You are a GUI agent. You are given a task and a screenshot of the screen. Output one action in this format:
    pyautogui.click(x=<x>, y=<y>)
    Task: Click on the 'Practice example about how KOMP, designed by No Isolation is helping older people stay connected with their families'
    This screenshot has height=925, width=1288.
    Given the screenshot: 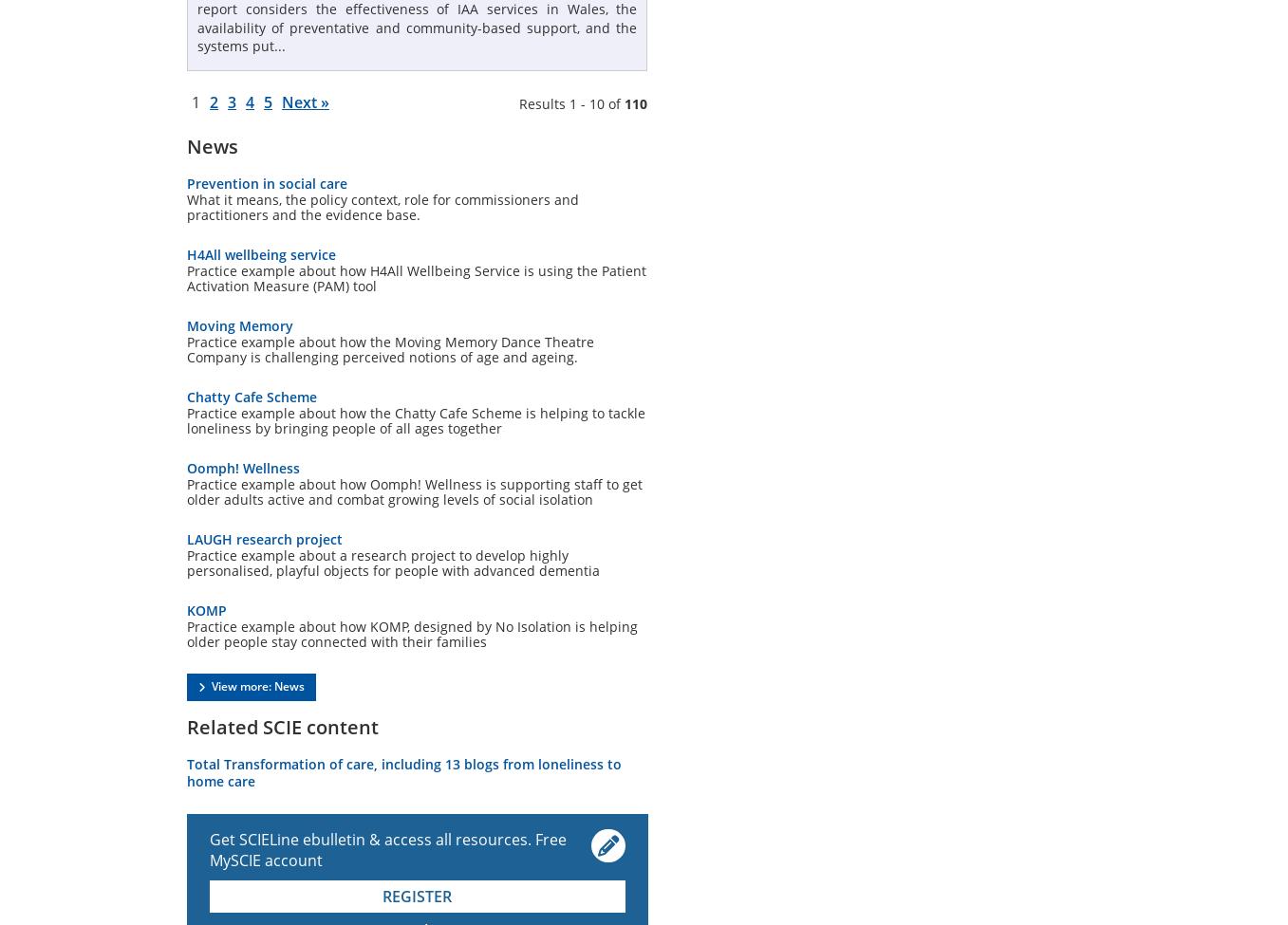 What is the action you would take?
    pyautogui.click(x=187, y=633)
    